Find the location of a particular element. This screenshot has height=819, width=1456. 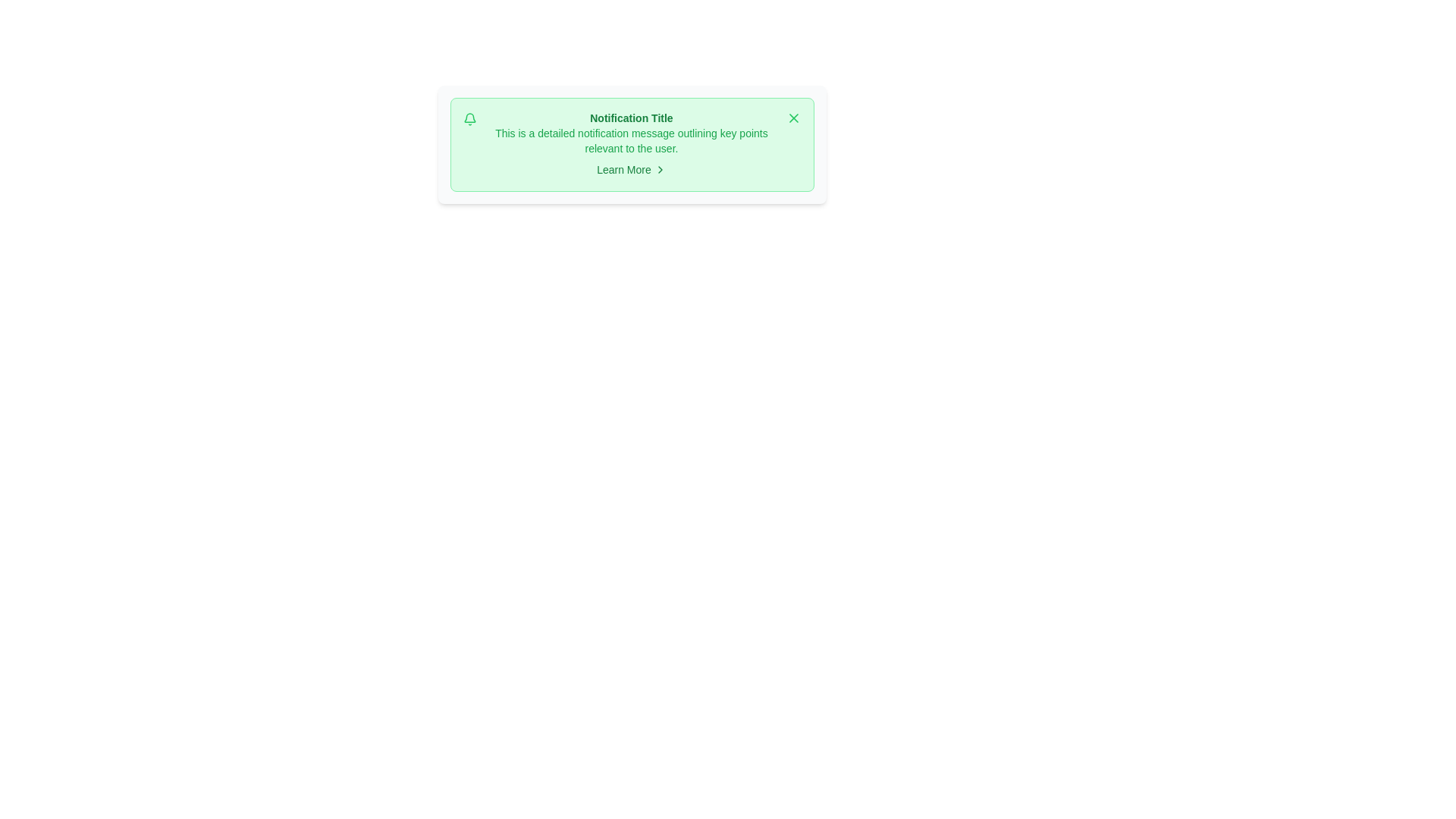

the 'Learn More' button to open more information is located at coordinates (631, 169).